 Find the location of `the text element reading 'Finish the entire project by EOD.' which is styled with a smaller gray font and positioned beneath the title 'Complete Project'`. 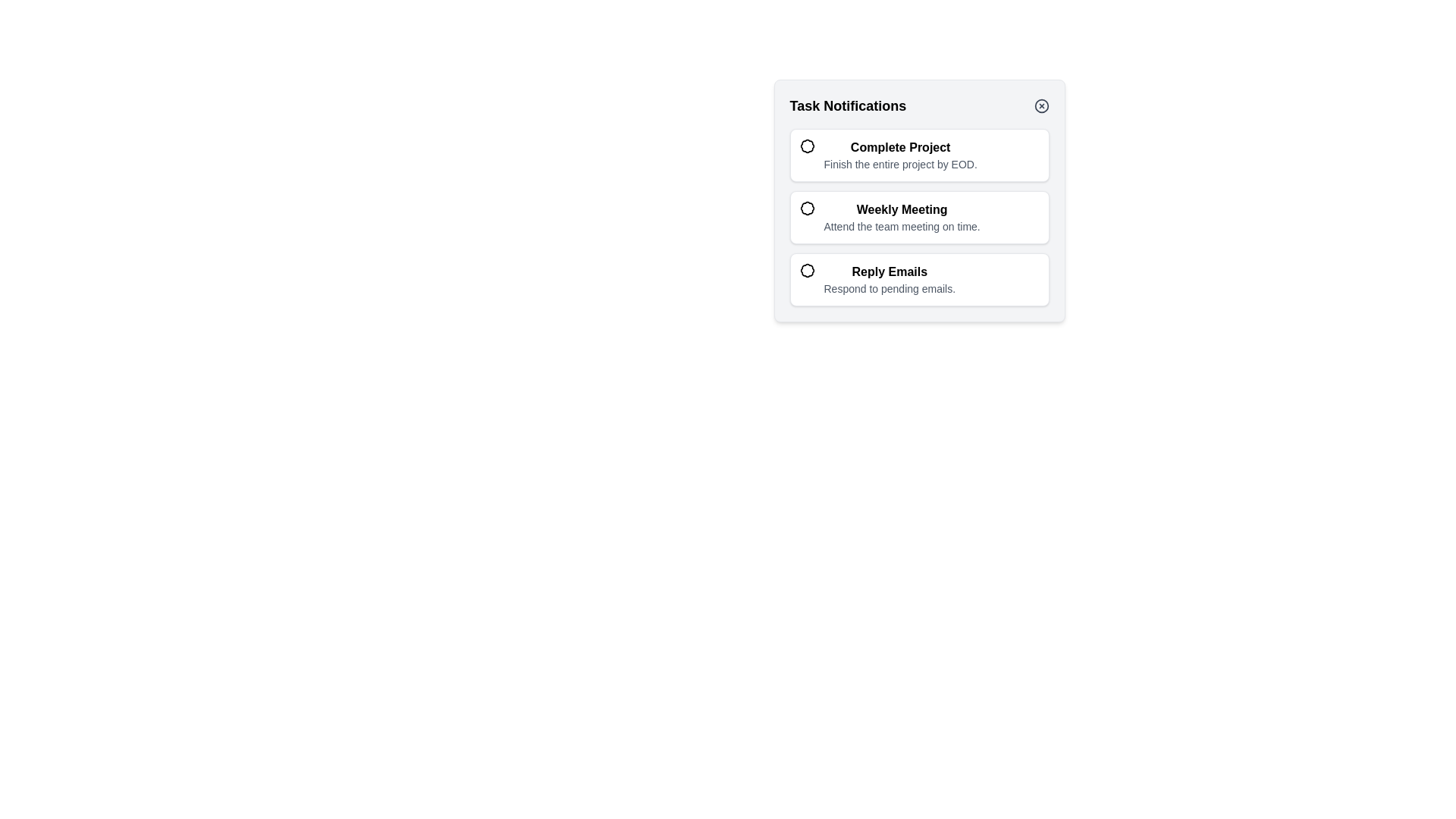

the text element reading 'Finish the entire project by EOD.' which is styled with a smaller gray font and positioned beneath the title 'Complete Project' is located at coordinates (900, 164).